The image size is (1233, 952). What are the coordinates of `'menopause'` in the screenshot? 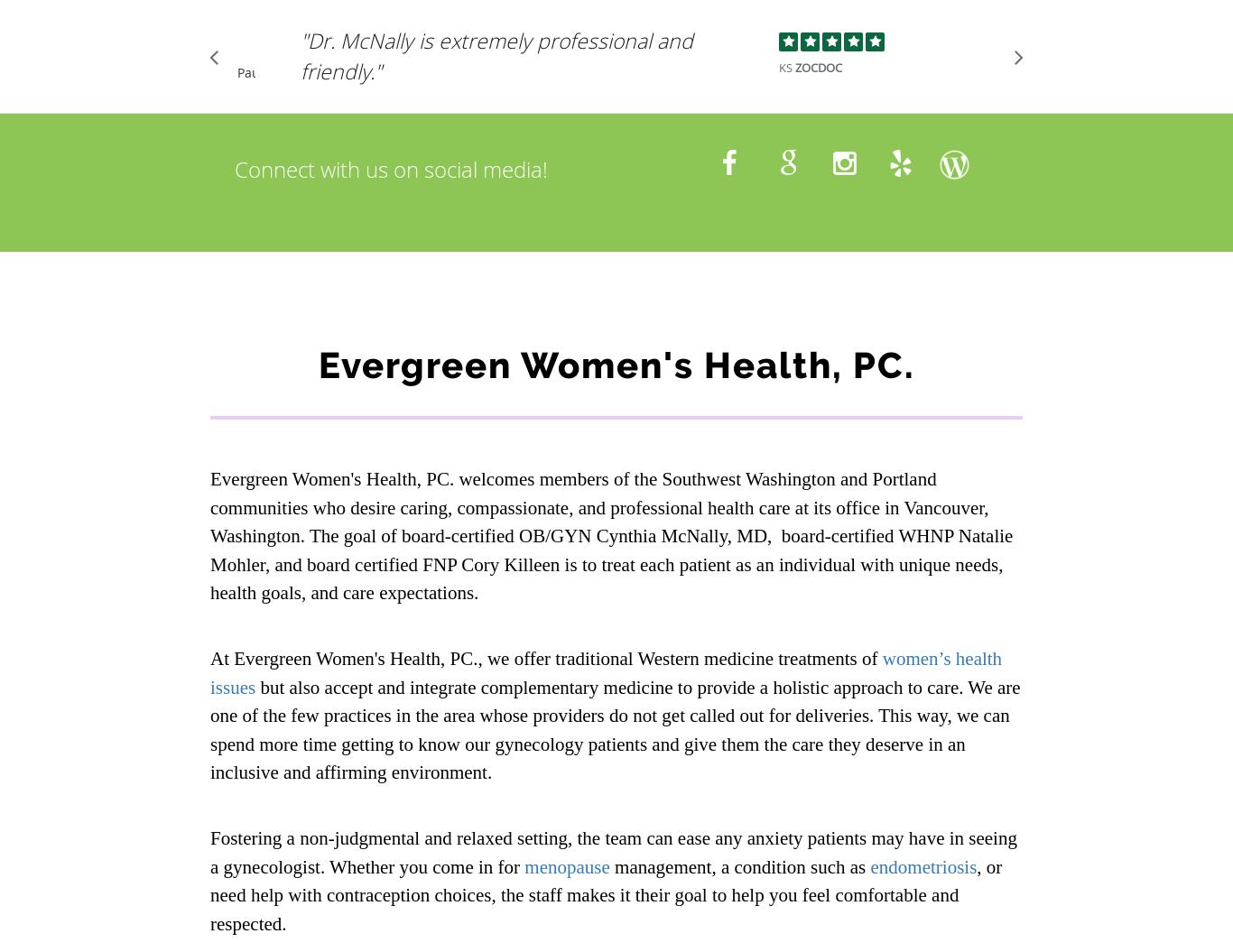 It's located at (565, 866).